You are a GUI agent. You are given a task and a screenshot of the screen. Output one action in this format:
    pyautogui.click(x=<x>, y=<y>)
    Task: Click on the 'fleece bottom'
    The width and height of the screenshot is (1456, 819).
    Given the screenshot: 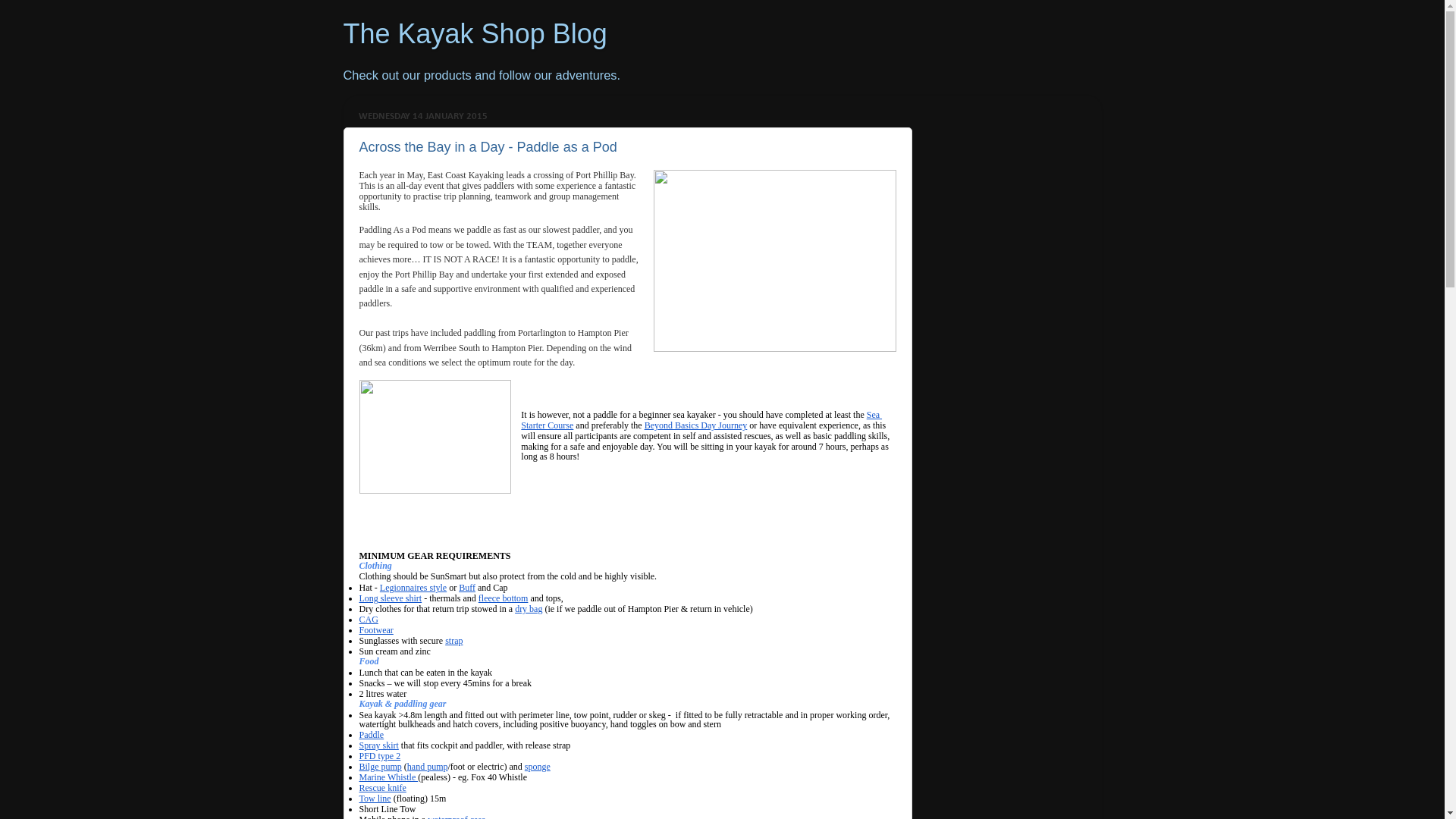 What is the action you would take?
    pyautogui.click(x=477, y=598)
    